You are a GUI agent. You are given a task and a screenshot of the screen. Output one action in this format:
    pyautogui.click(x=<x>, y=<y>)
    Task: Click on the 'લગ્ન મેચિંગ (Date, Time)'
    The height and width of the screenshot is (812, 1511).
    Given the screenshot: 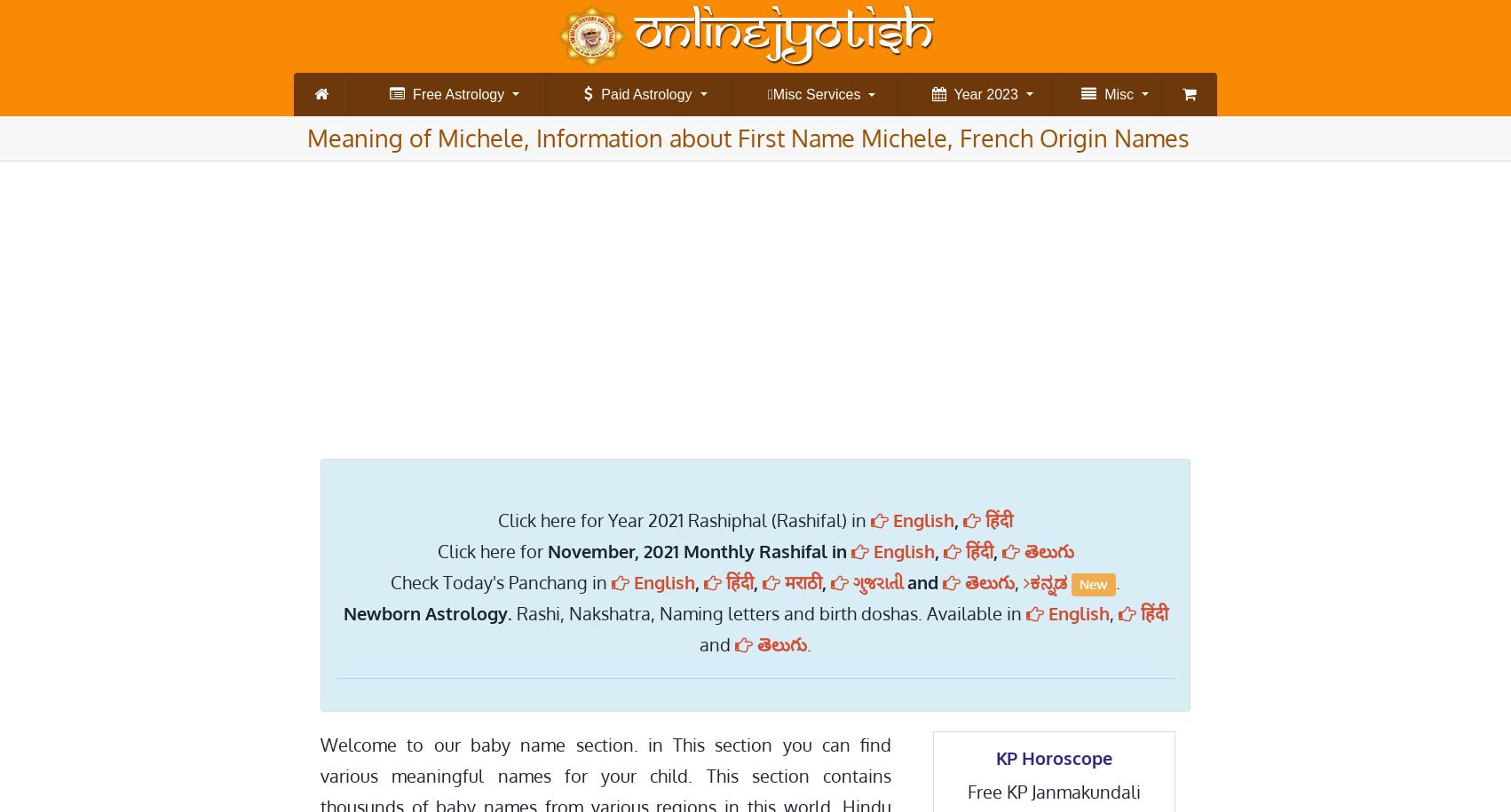 What is the action you would take?
    pyautogui.click(x=1082, y=206)
    